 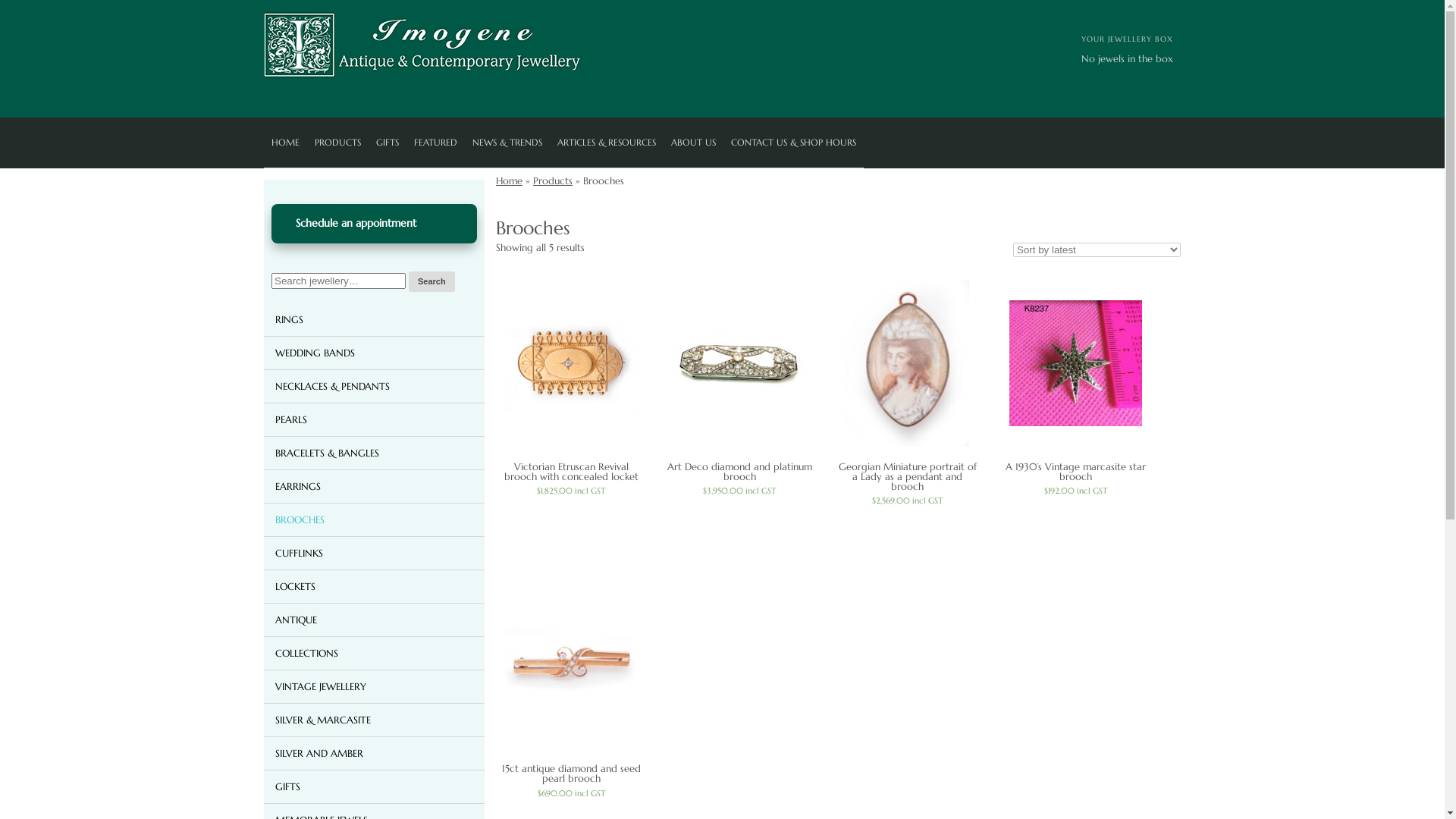 I want to click on 'FEATURED', so click(x=435, y=143).